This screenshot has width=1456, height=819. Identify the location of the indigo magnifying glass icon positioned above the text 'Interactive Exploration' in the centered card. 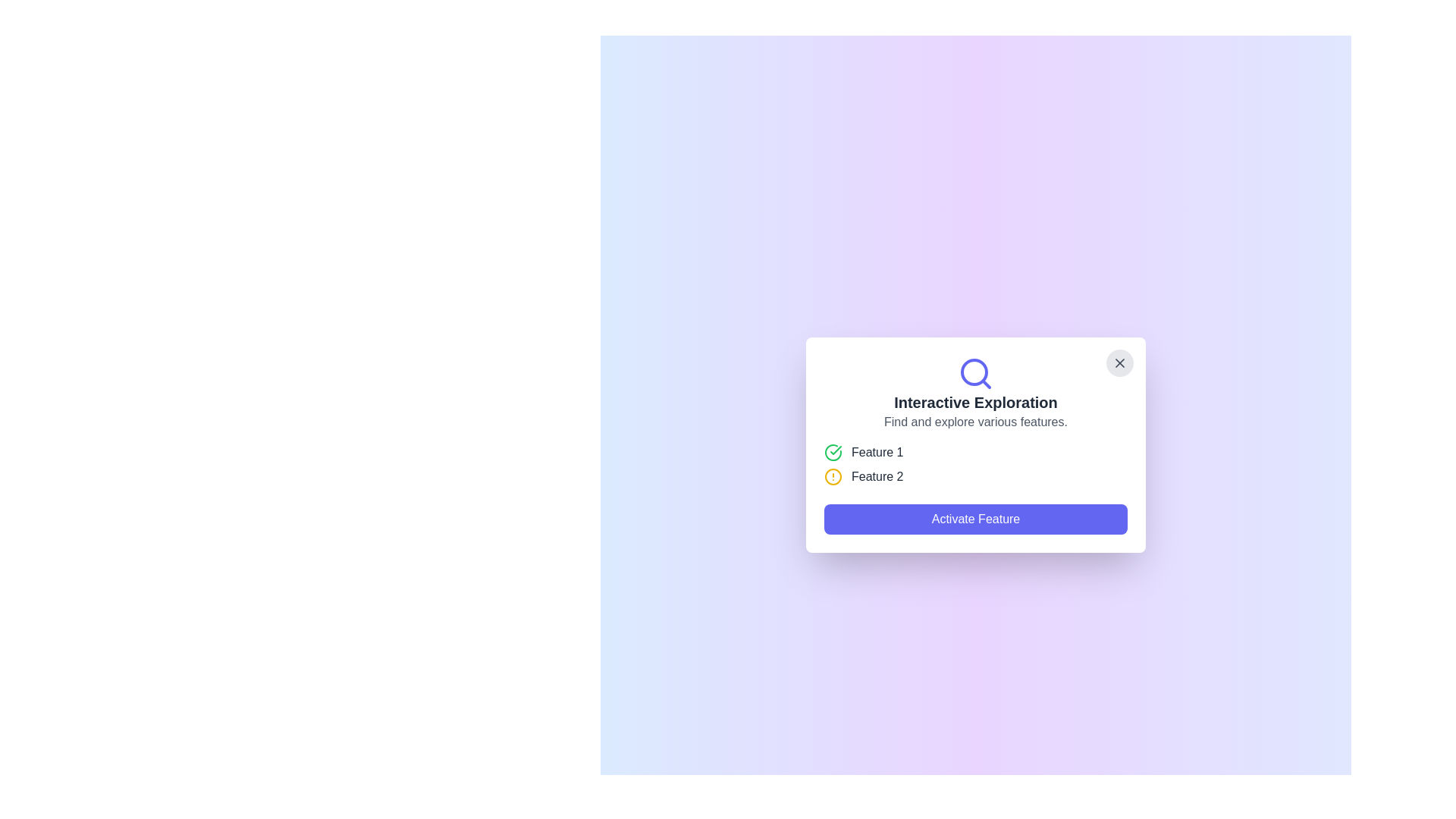
(975, 374).